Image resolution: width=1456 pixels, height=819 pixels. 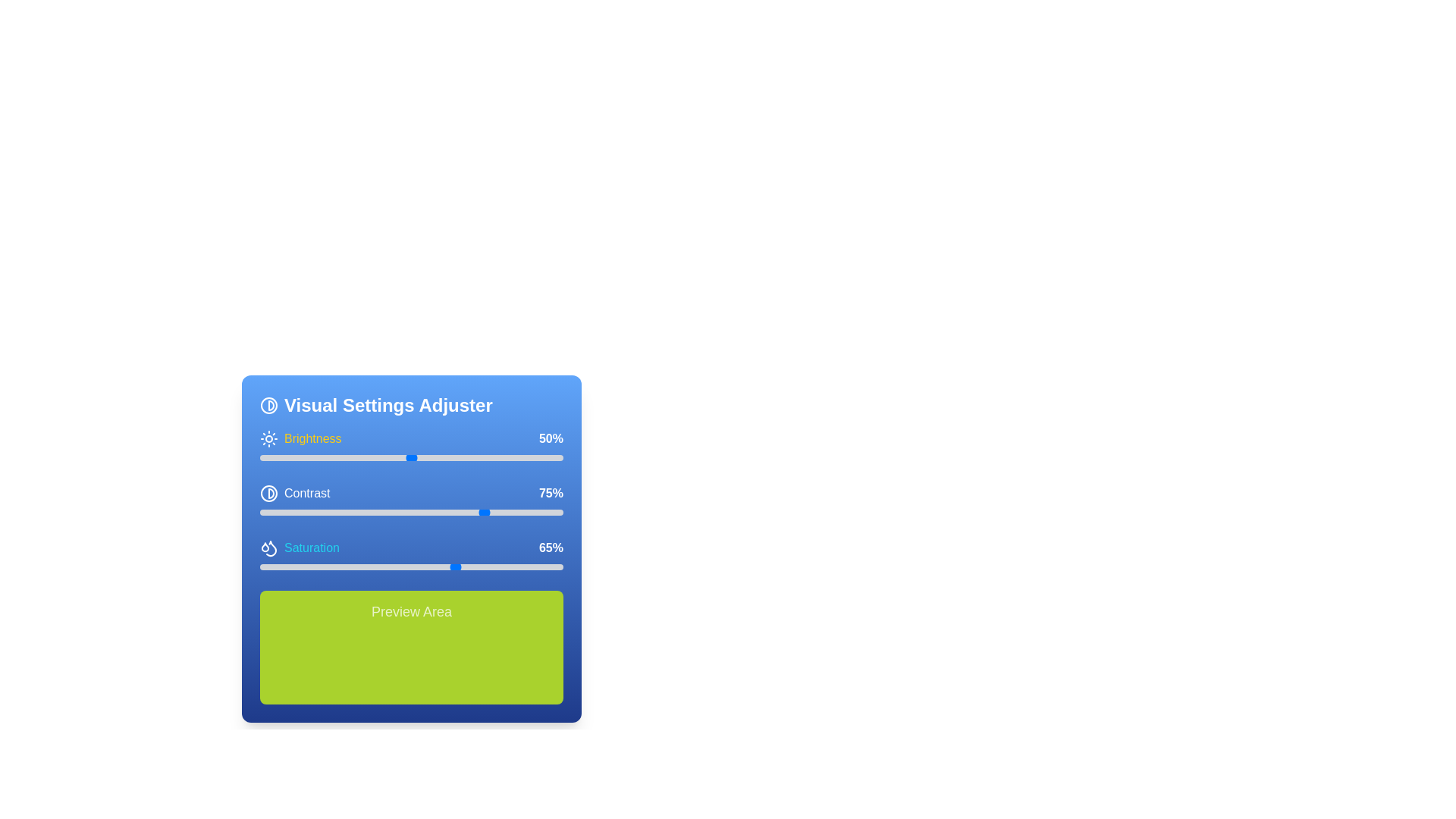 What do you see at coordinates (475, 512) in the screenshot?
I see `the contrast value` at bounding box center [475, 512].